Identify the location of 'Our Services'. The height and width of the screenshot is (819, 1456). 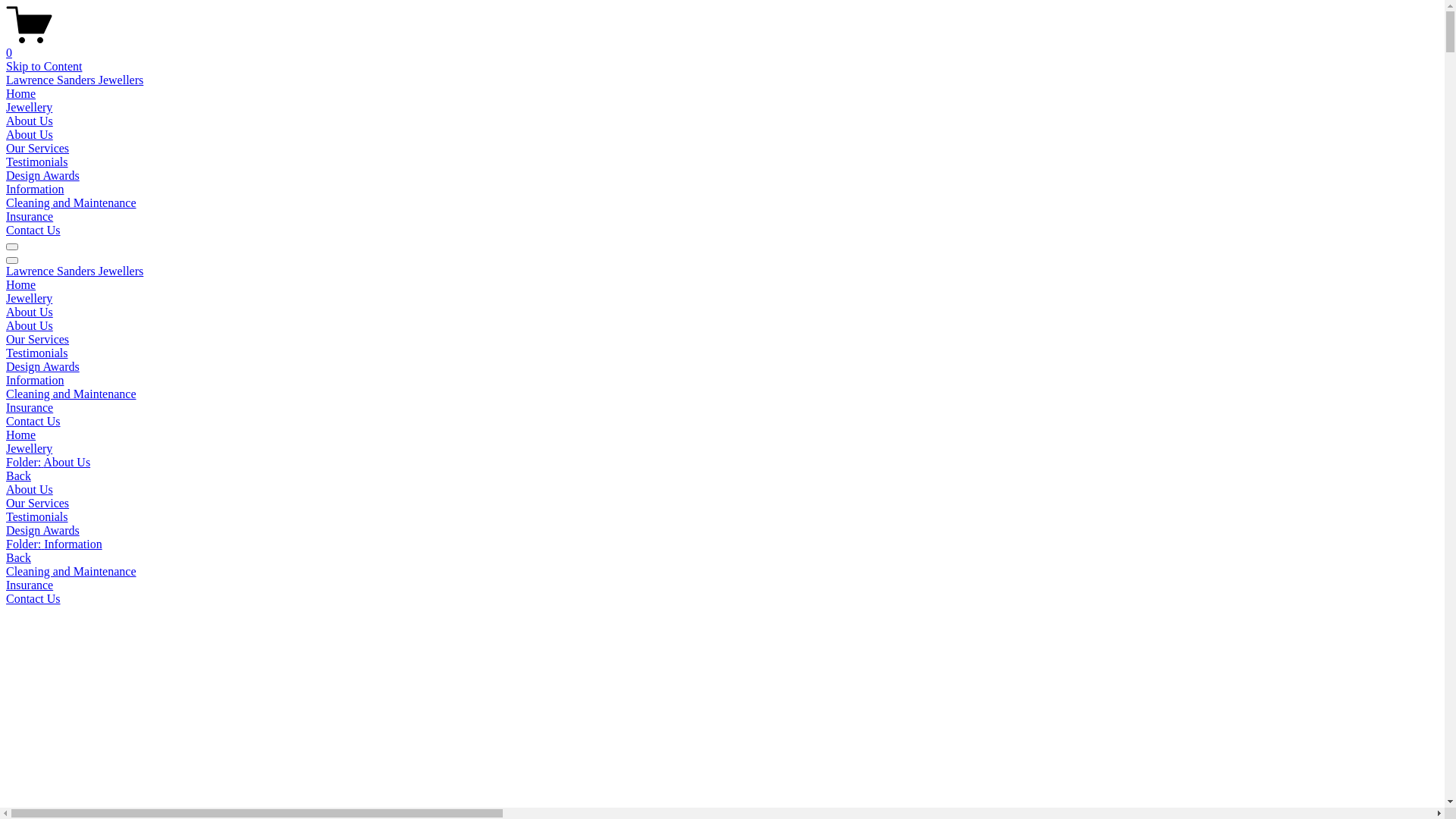
(37, 148).